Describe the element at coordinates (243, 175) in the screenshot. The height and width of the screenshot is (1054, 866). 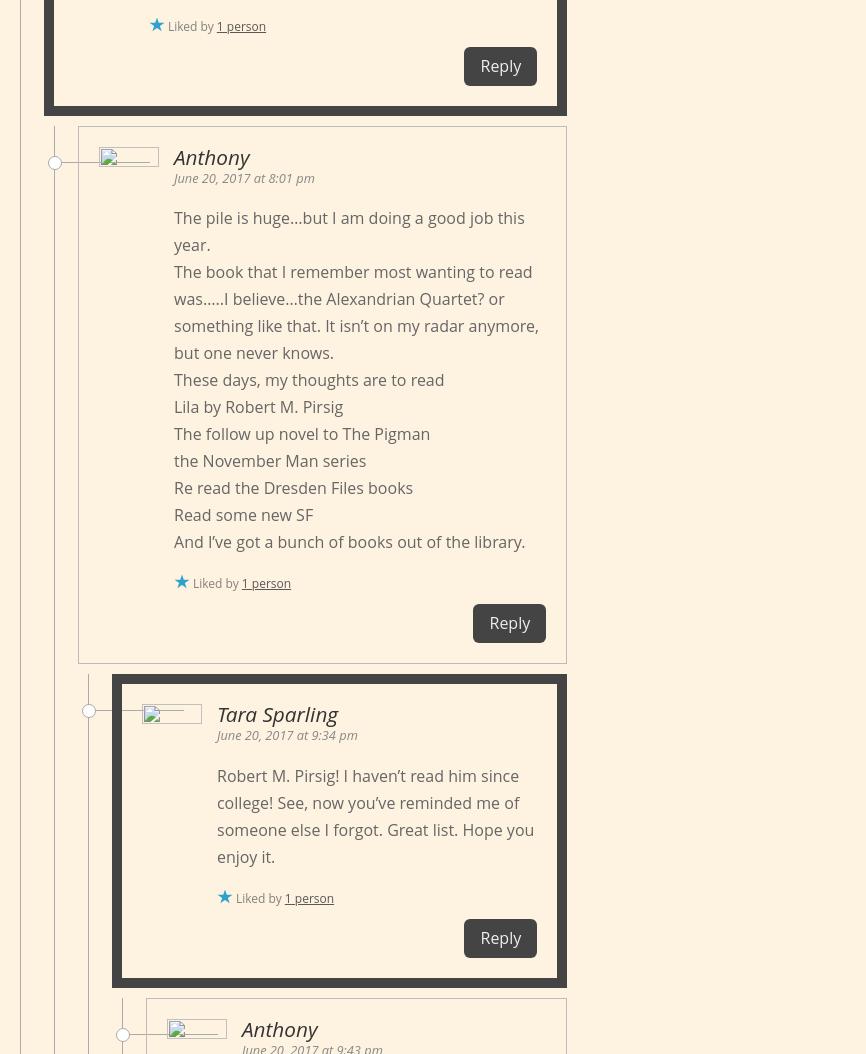
I see `'June 20, 2017 at 8:01 pm'` at that location.